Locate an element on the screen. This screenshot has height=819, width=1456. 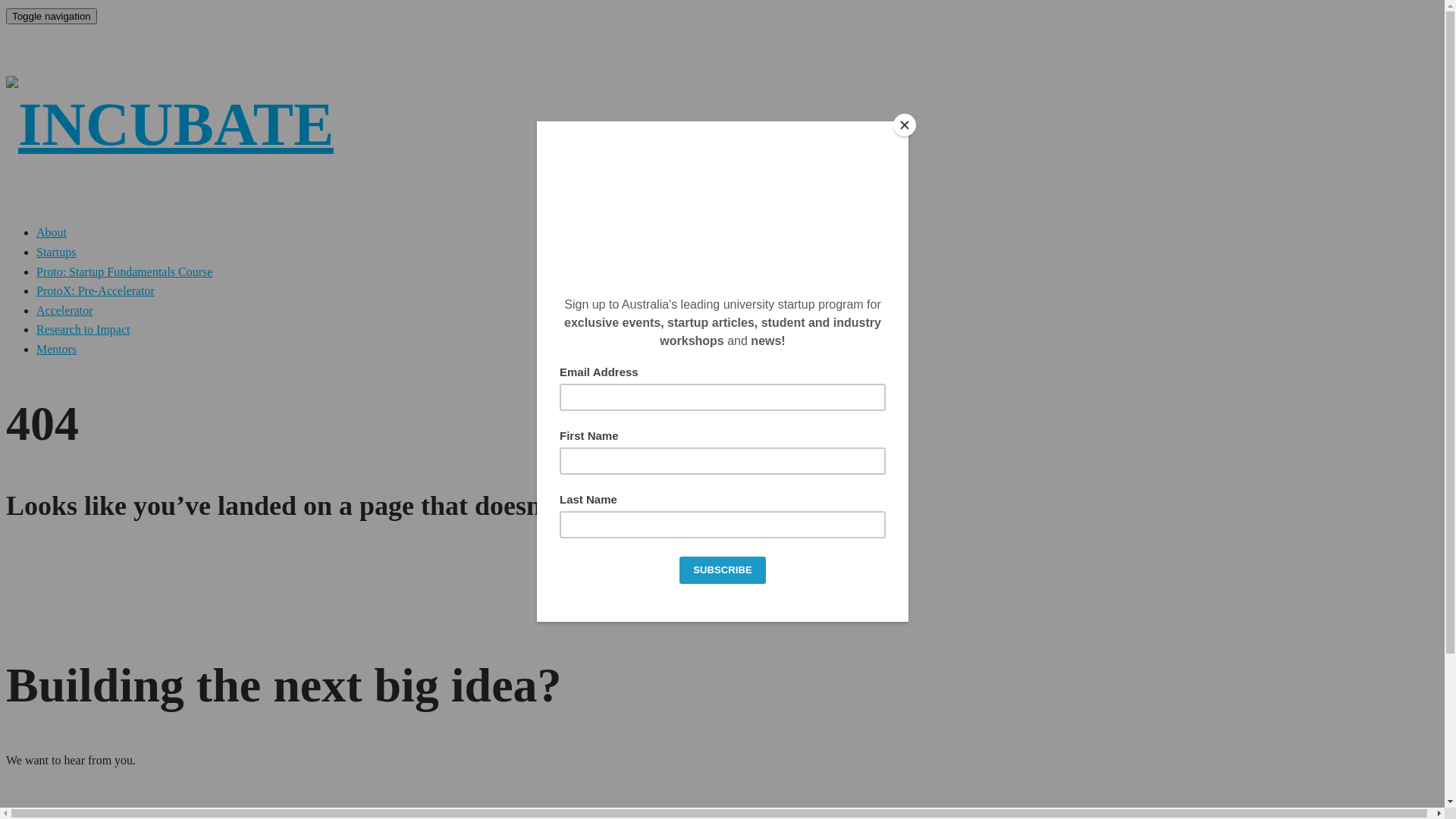
'ProtoX: Pre-Accelerator' is located at coordinates (36, 290).